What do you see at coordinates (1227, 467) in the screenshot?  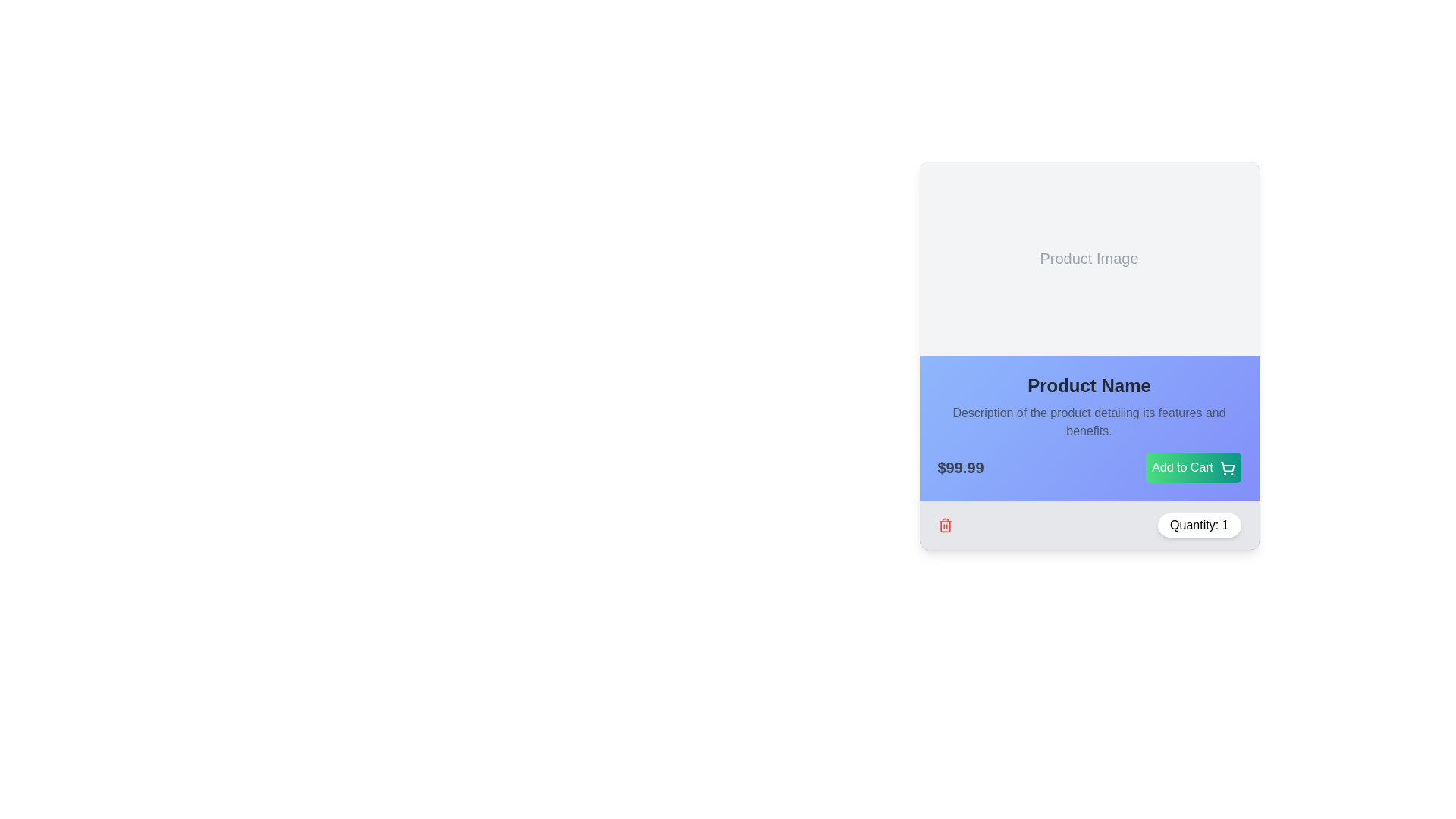 I see `the shopping cart icon integrated into the 'Add to Cart' button to initiate the add-to-cart action for the product` at bounding box center [1227, 467].